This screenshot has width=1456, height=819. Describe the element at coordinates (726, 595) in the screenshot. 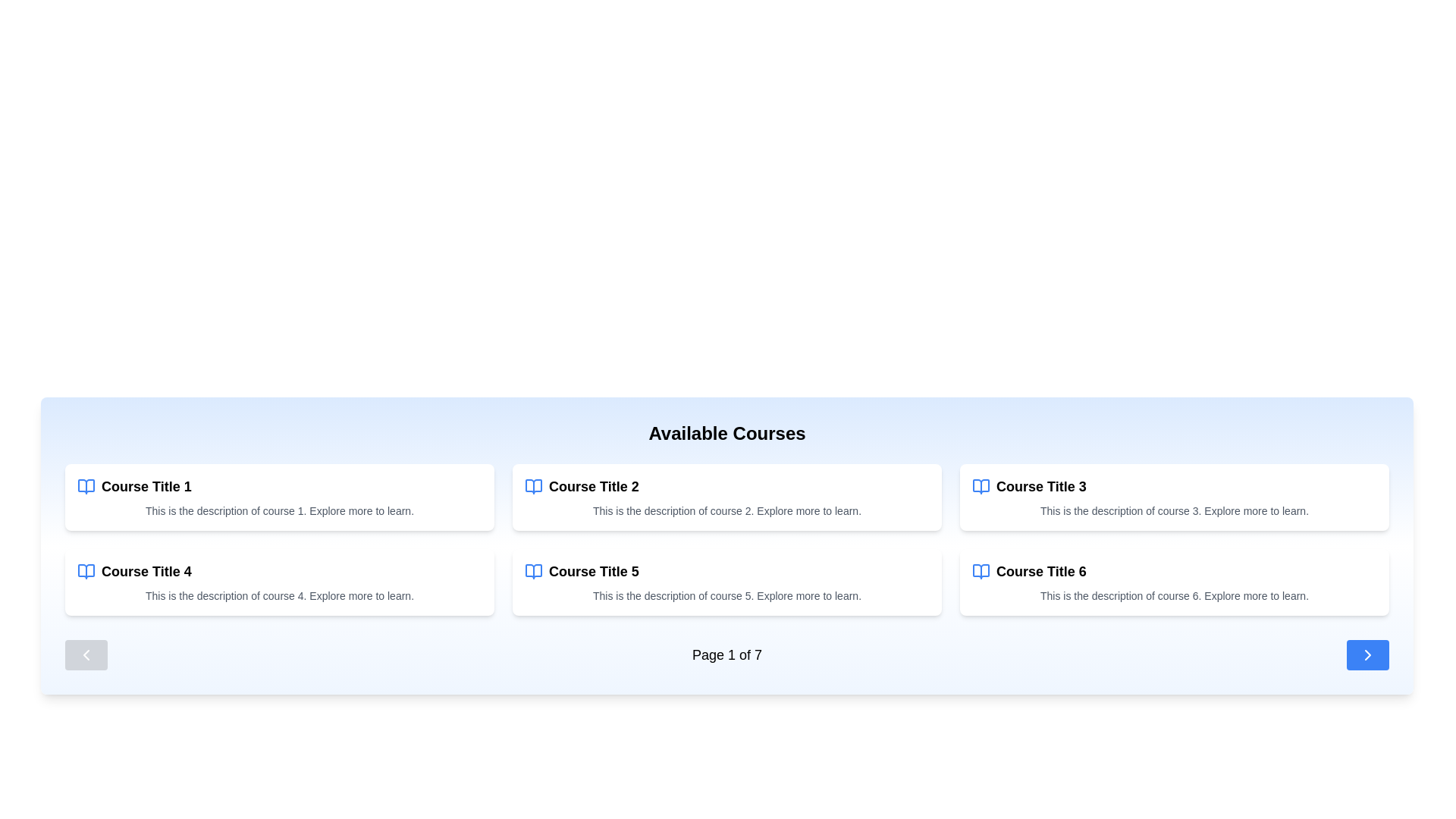

I see `text content of the gray small-sized Text label located directly below 'Course Title 5' in the second row and second column of the grid layout` at that location.